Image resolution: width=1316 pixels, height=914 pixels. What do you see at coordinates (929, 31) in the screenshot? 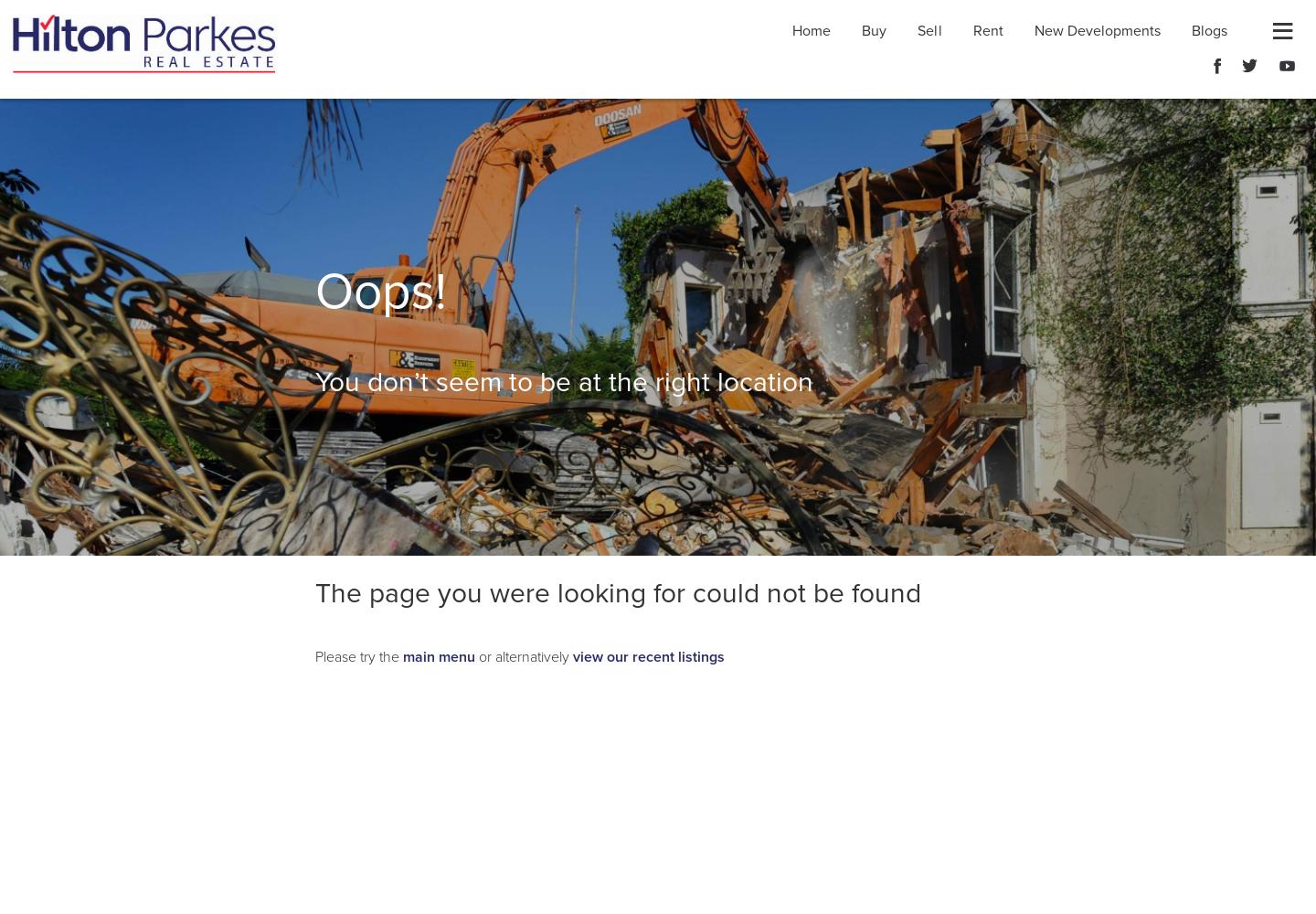
I see `'Sell'` at bounding box center [929, 31].